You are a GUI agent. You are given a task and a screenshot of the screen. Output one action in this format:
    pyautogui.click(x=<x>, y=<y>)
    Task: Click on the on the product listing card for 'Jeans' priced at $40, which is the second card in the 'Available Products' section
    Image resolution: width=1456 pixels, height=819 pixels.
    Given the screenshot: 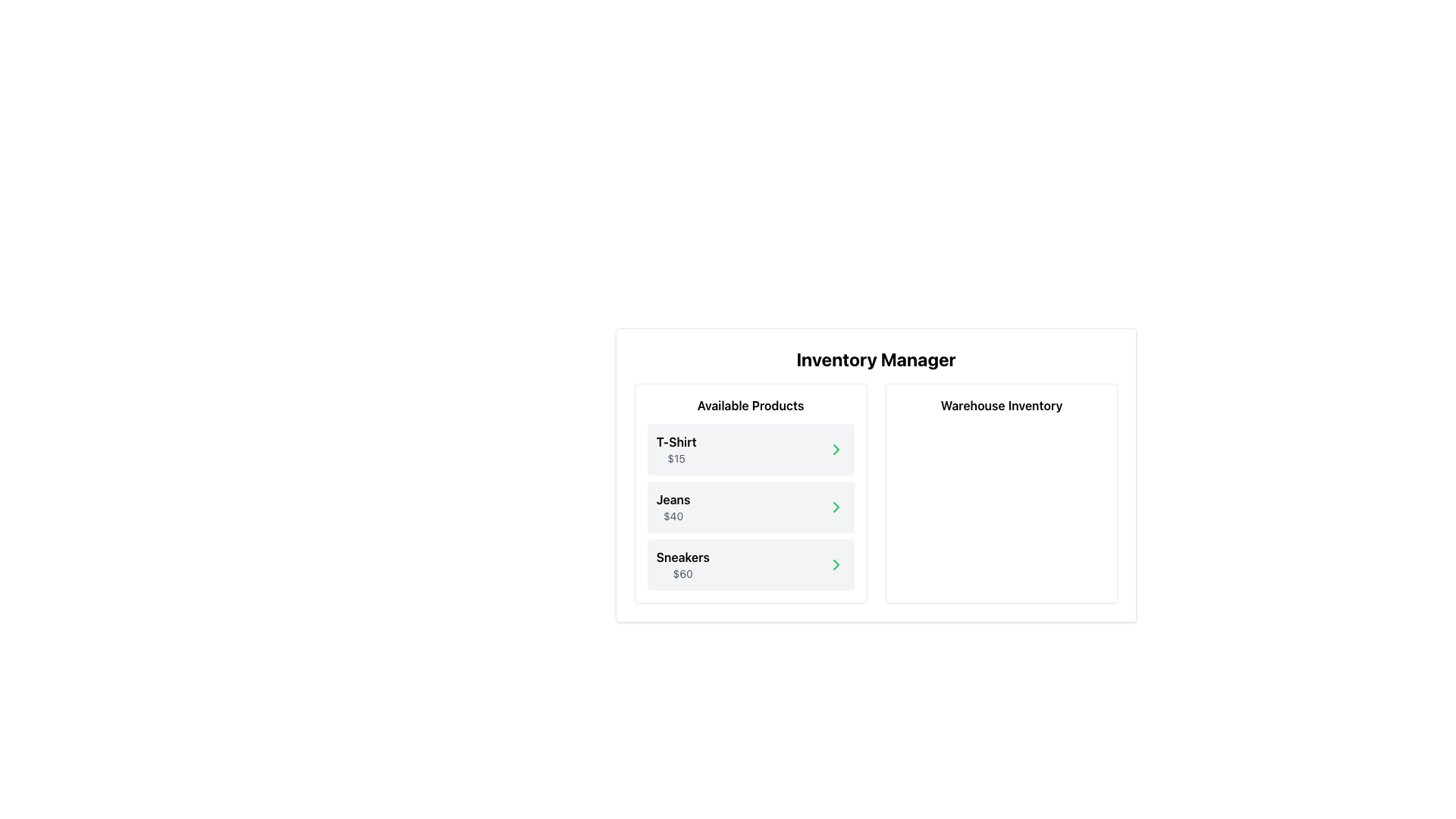 What is the action you would take?
    pyautogui.click(x=751, y=494)
    